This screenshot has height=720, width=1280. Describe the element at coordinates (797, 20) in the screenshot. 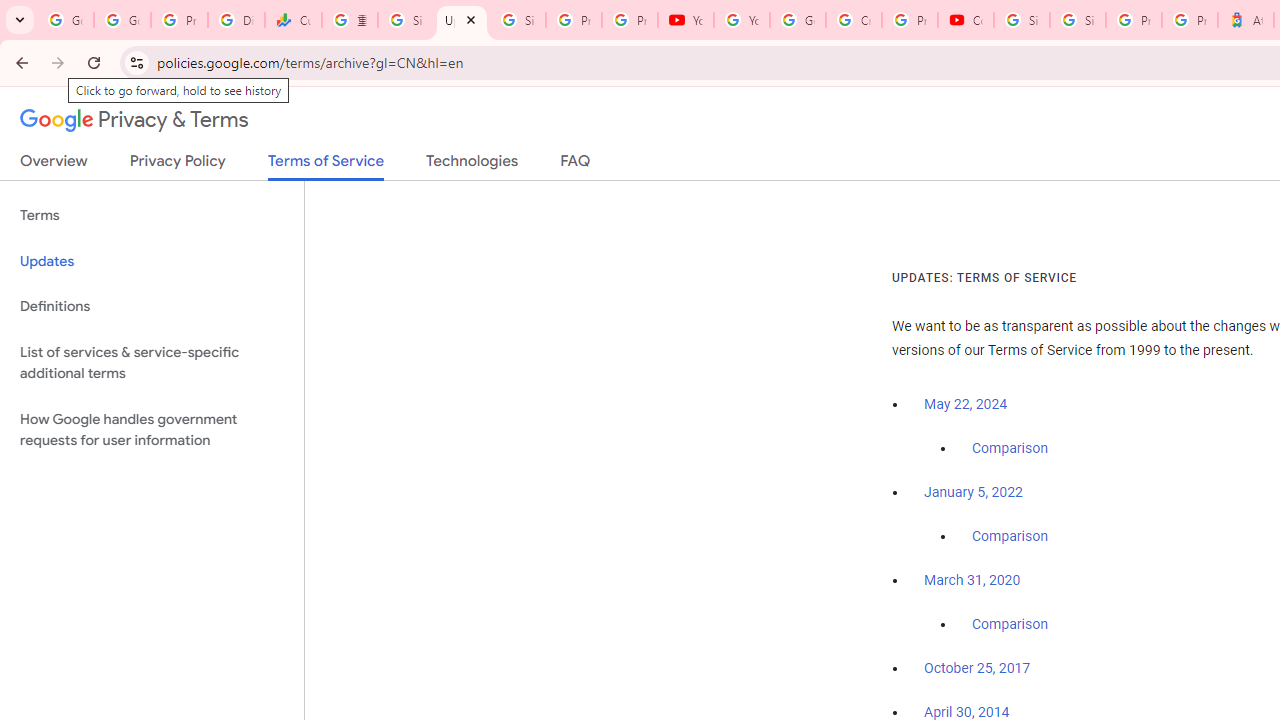

I see `'Google Account Help'` at that location.